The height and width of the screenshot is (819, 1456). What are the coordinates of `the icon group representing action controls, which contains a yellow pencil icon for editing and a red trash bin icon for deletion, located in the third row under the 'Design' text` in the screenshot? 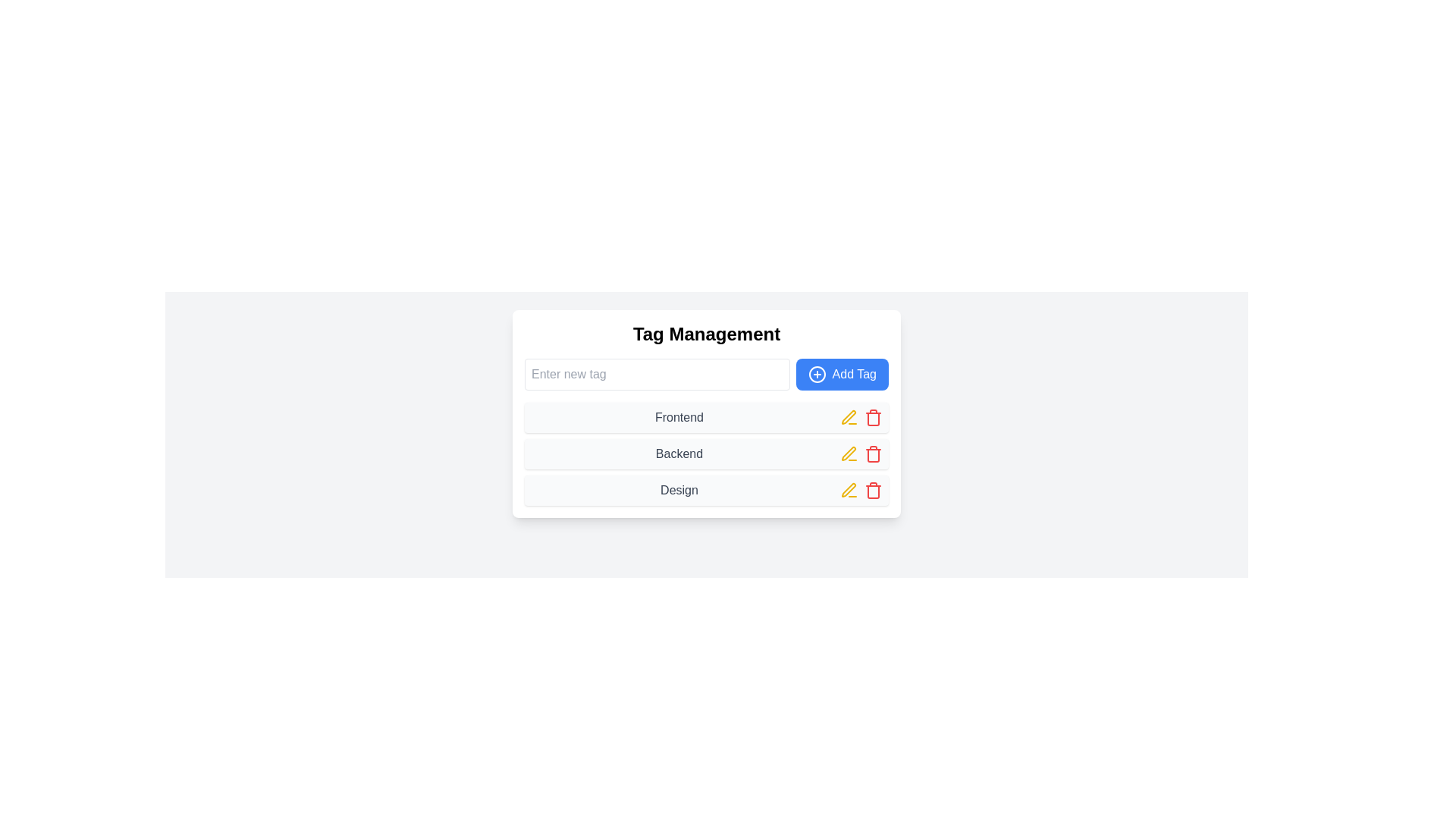 It's located at (861, 491).